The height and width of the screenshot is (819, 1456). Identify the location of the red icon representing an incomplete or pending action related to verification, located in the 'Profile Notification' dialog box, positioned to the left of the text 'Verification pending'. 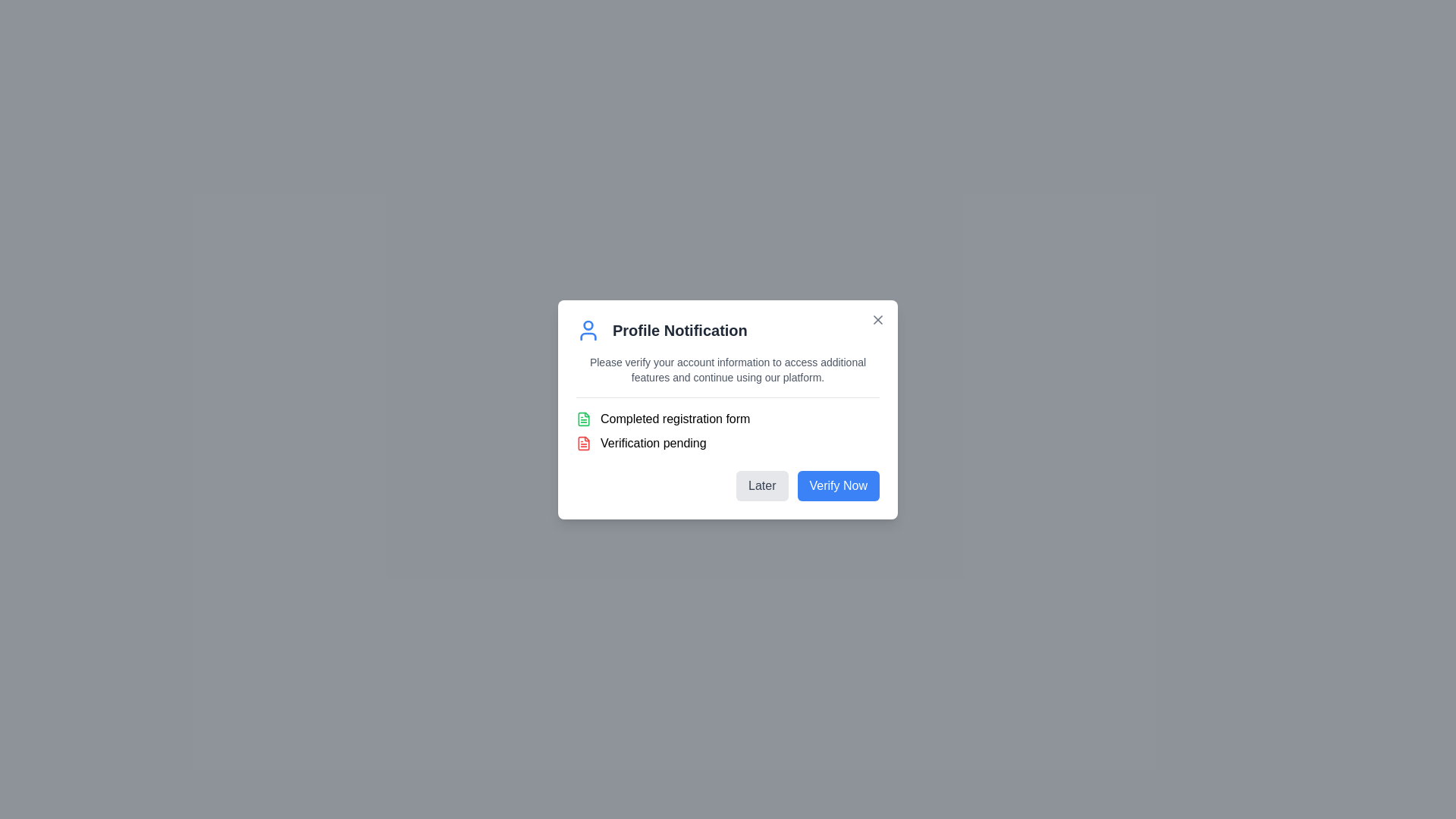
(582, 443).